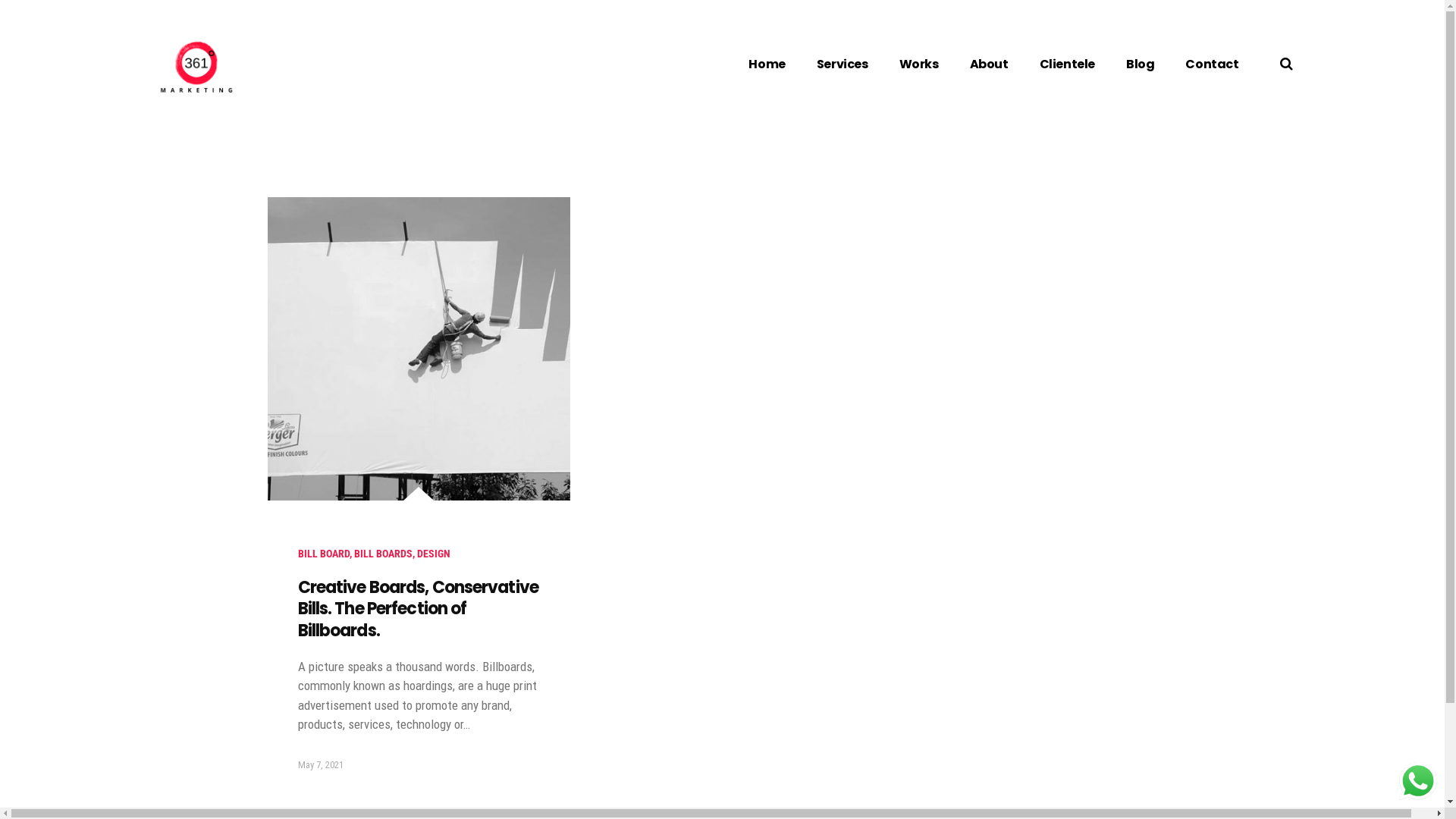 This screenshot has height=819, width=1456. What do you see at coordinates (989, 63) in the screenshot?
I see `'About'` at bounding box center [989, 63].